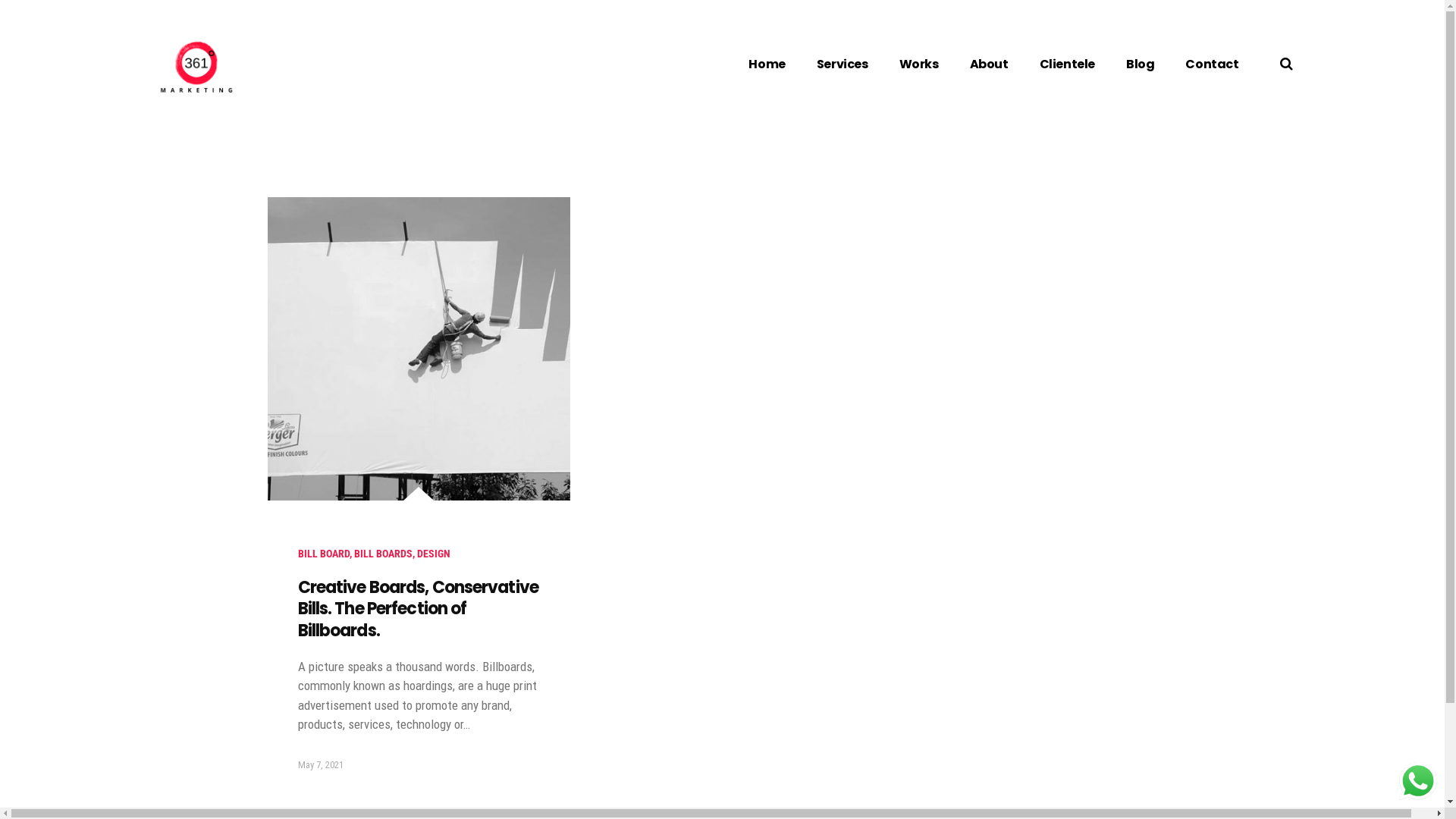 This screenshot has height=819, width=1456. What do you see at coordinates (989, 63) in the screenshot?
I see `'About'` at bounding box center [989, 63].